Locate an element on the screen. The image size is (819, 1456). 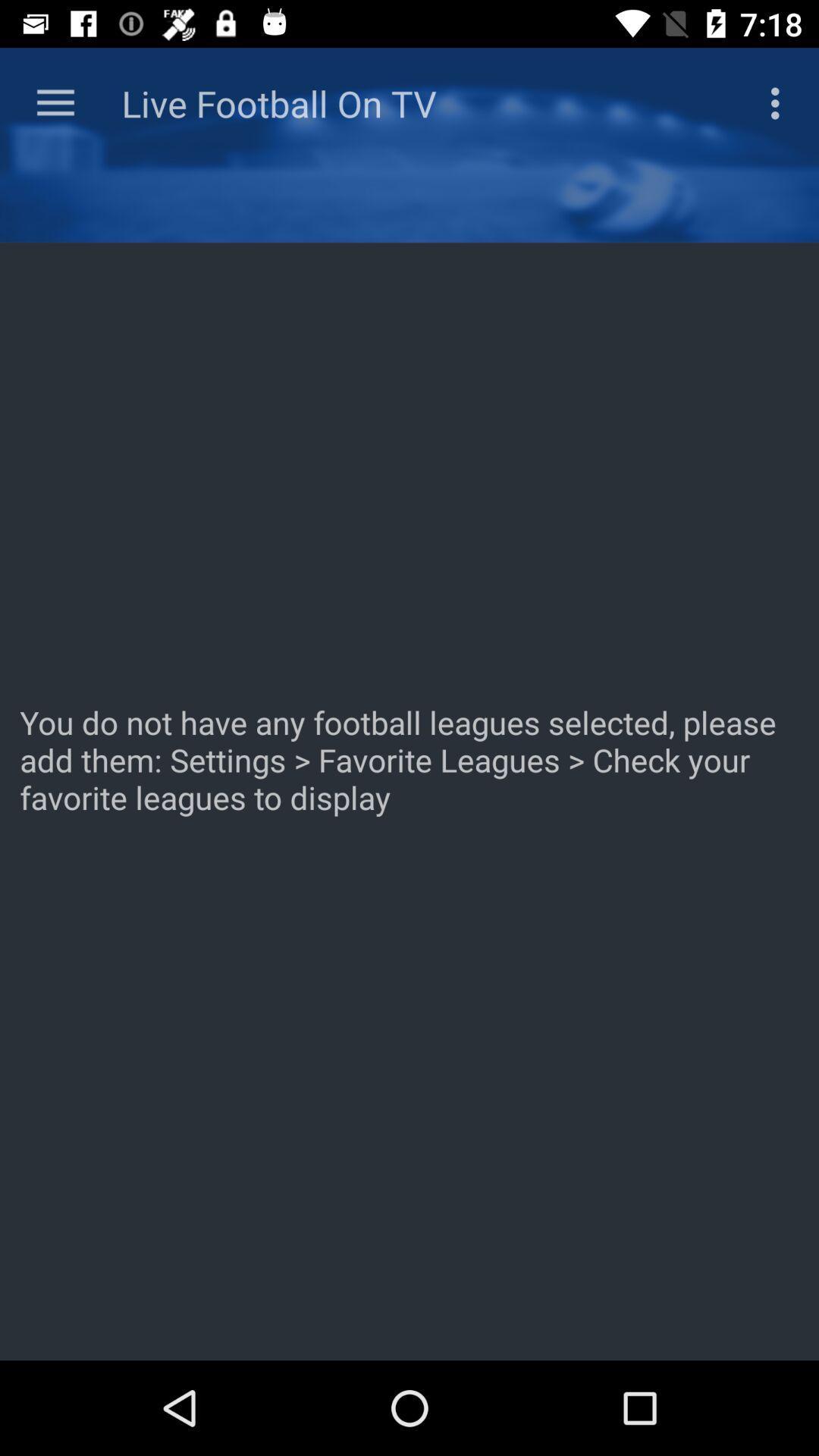
icon to the left of live football on item is located at coordinates (55, 102).